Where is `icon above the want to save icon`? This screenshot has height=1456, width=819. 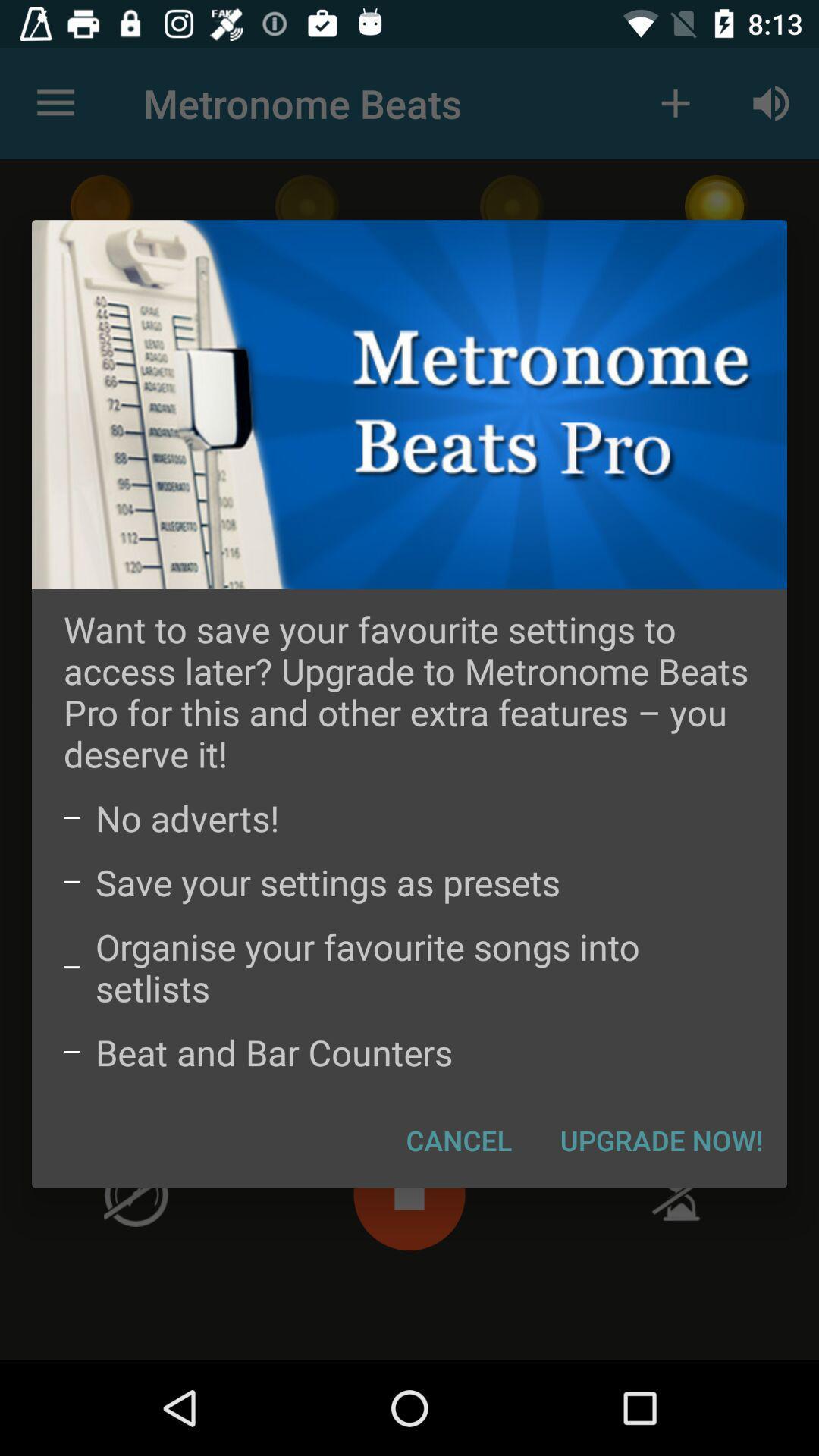
icon above the want to save icon is located at coordinates (409, 404).